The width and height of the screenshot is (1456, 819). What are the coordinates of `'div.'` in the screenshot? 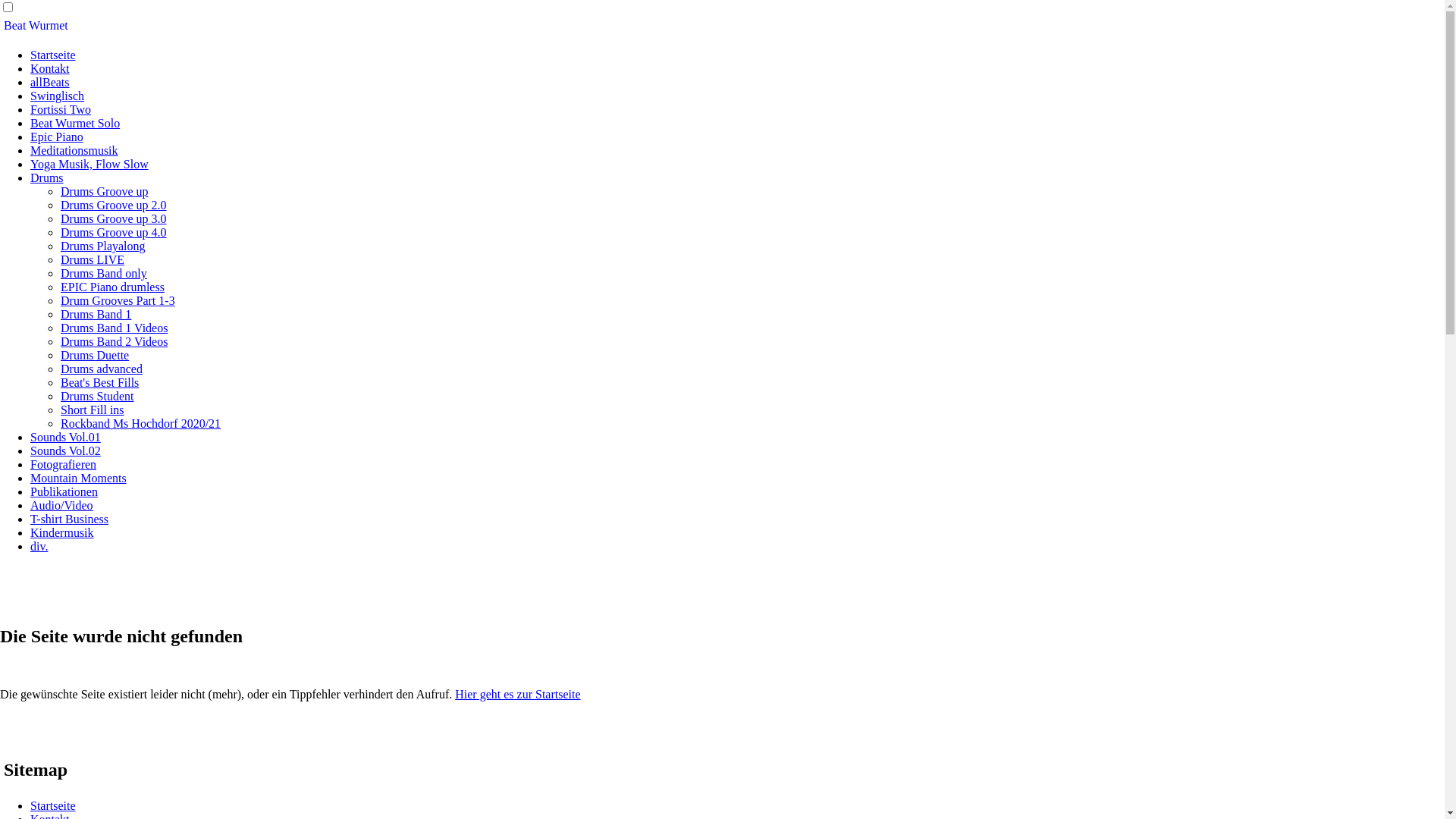 It's located at (39, 546).